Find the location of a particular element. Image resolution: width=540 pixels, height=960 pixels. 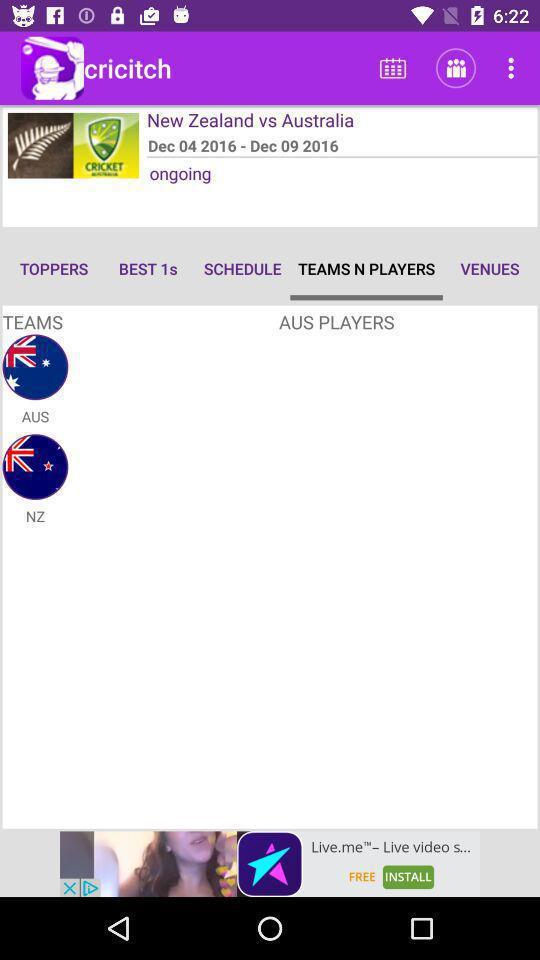

open advertisement is located at coordinates (270, 863).